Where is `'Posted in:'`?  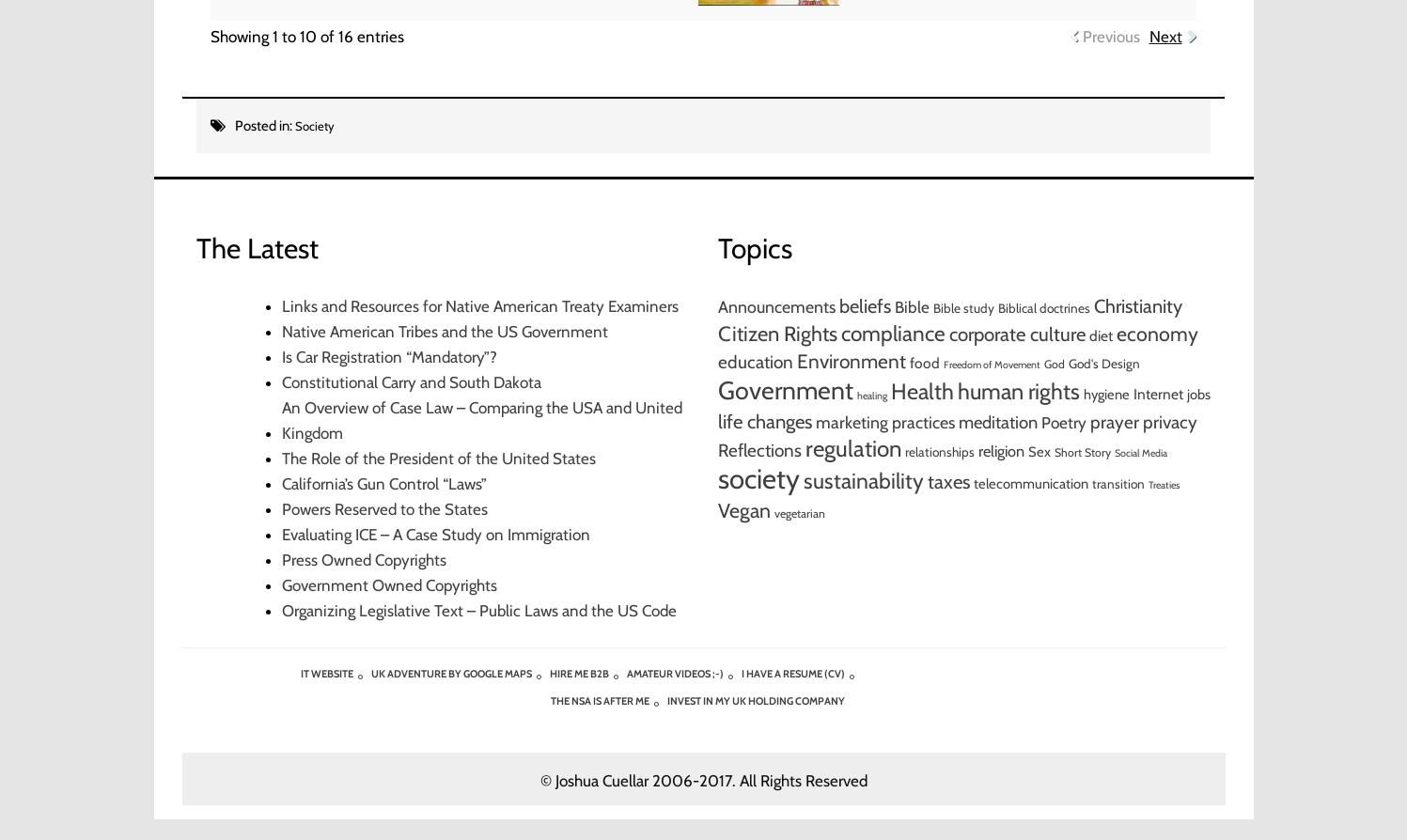 'Posted in:' is located at coordinates (232, 126).